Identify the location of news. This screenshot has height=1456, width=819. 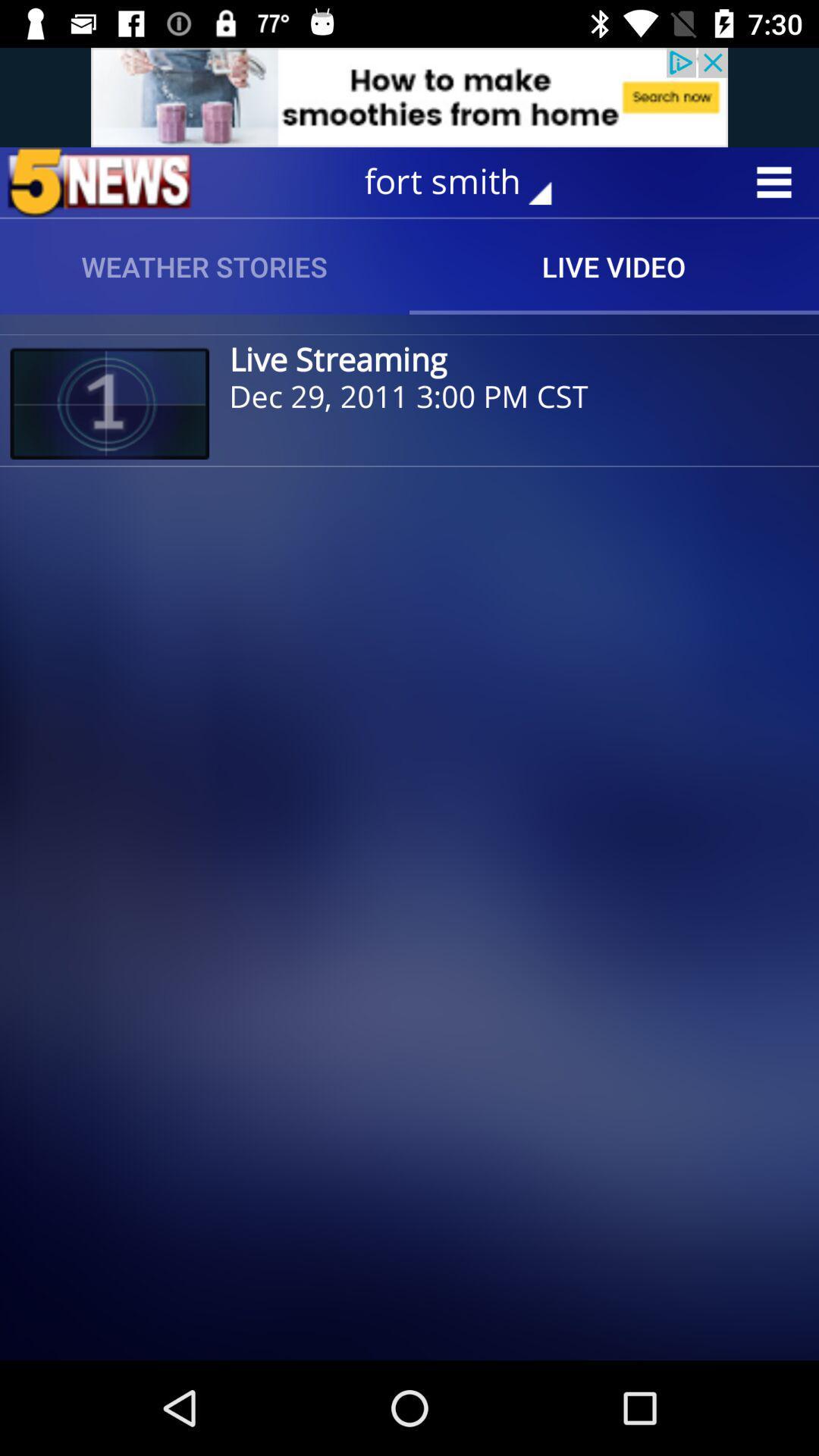
(99, 182).